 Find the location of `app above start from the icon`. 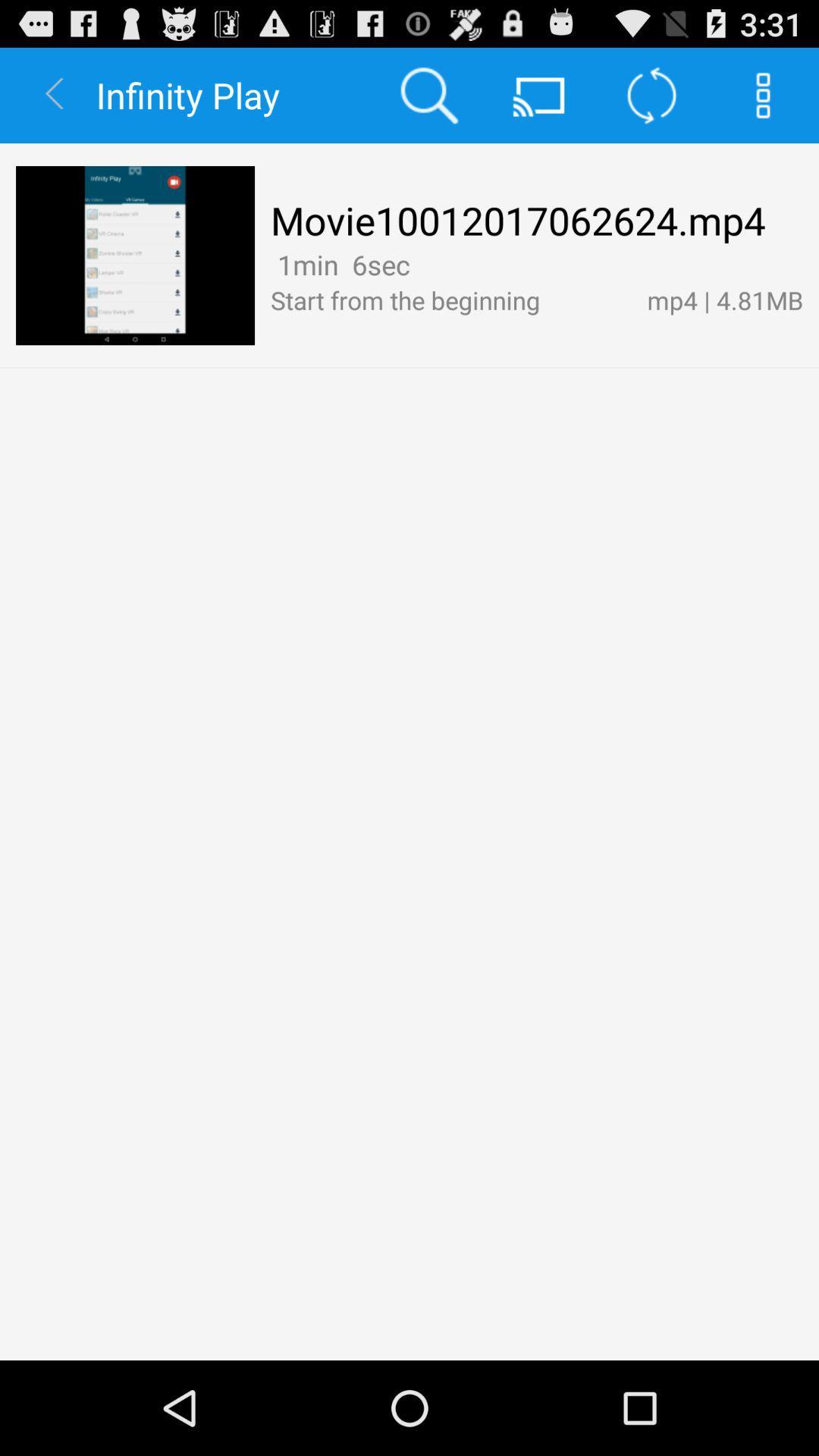

app above start from the icon is located at coordinates (339, 265).